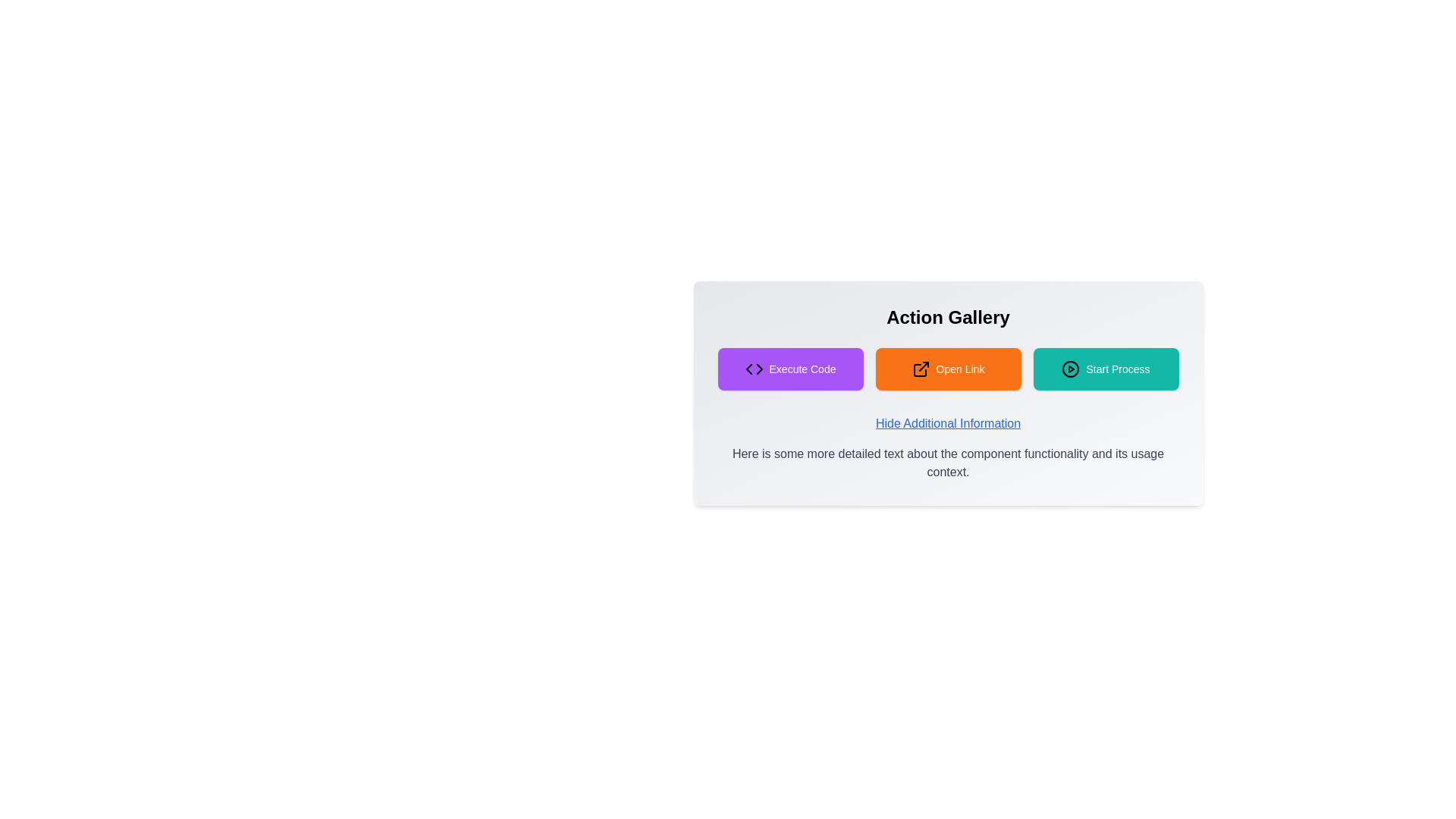 The height and width of the screenshot is (819, 1456). I want to click on the play button icon, which is a hollow circle with a triangular play symbol, located to the left of the 'Start Process' button in the three-button layout, so click(1070, 369).